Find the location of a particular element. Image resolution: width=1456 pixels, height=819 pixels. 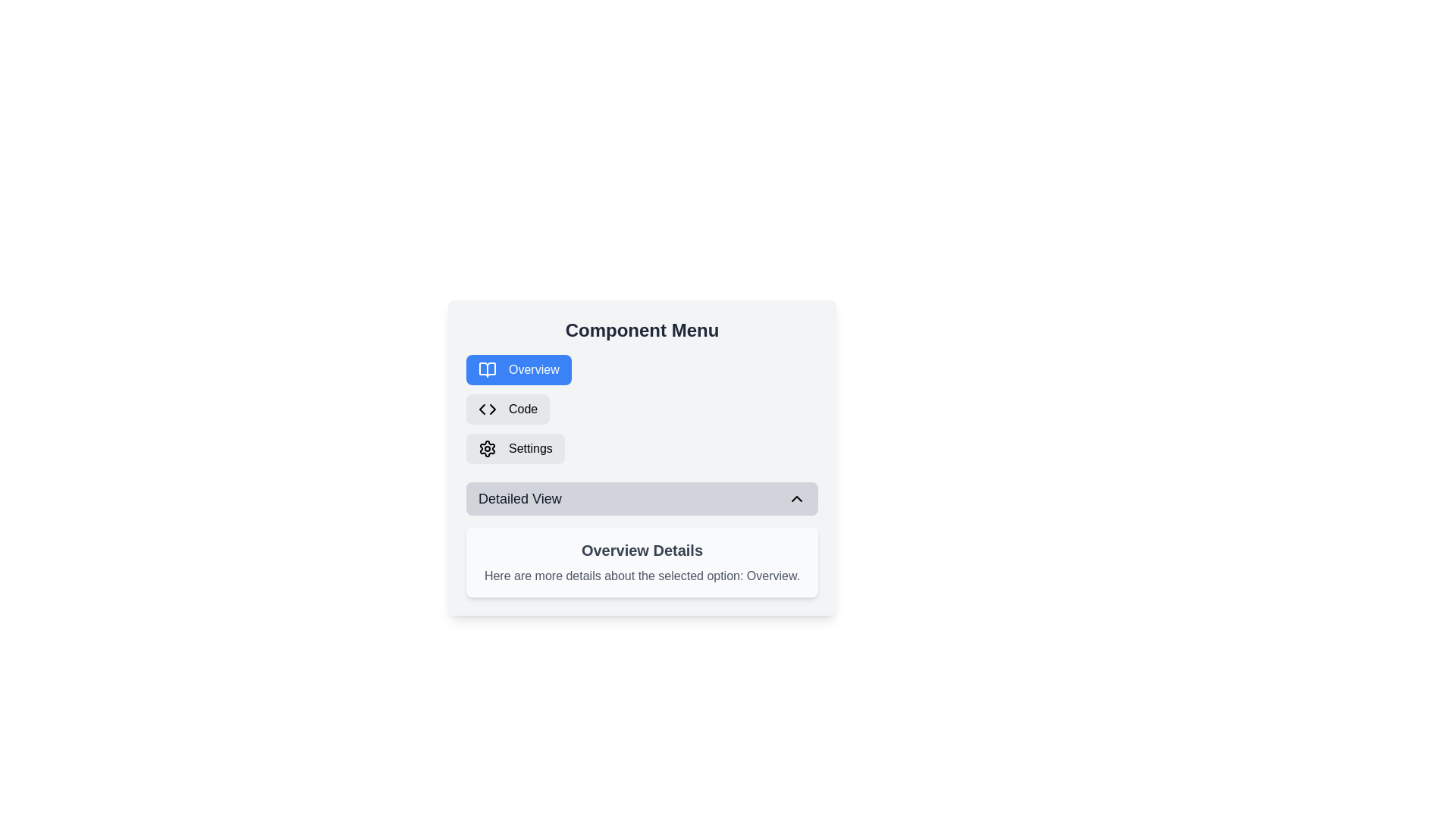

the 'Overview' button, which includes the icon representing the 'Overview' section located at the top left of the button is located at coordinates (488, 370).